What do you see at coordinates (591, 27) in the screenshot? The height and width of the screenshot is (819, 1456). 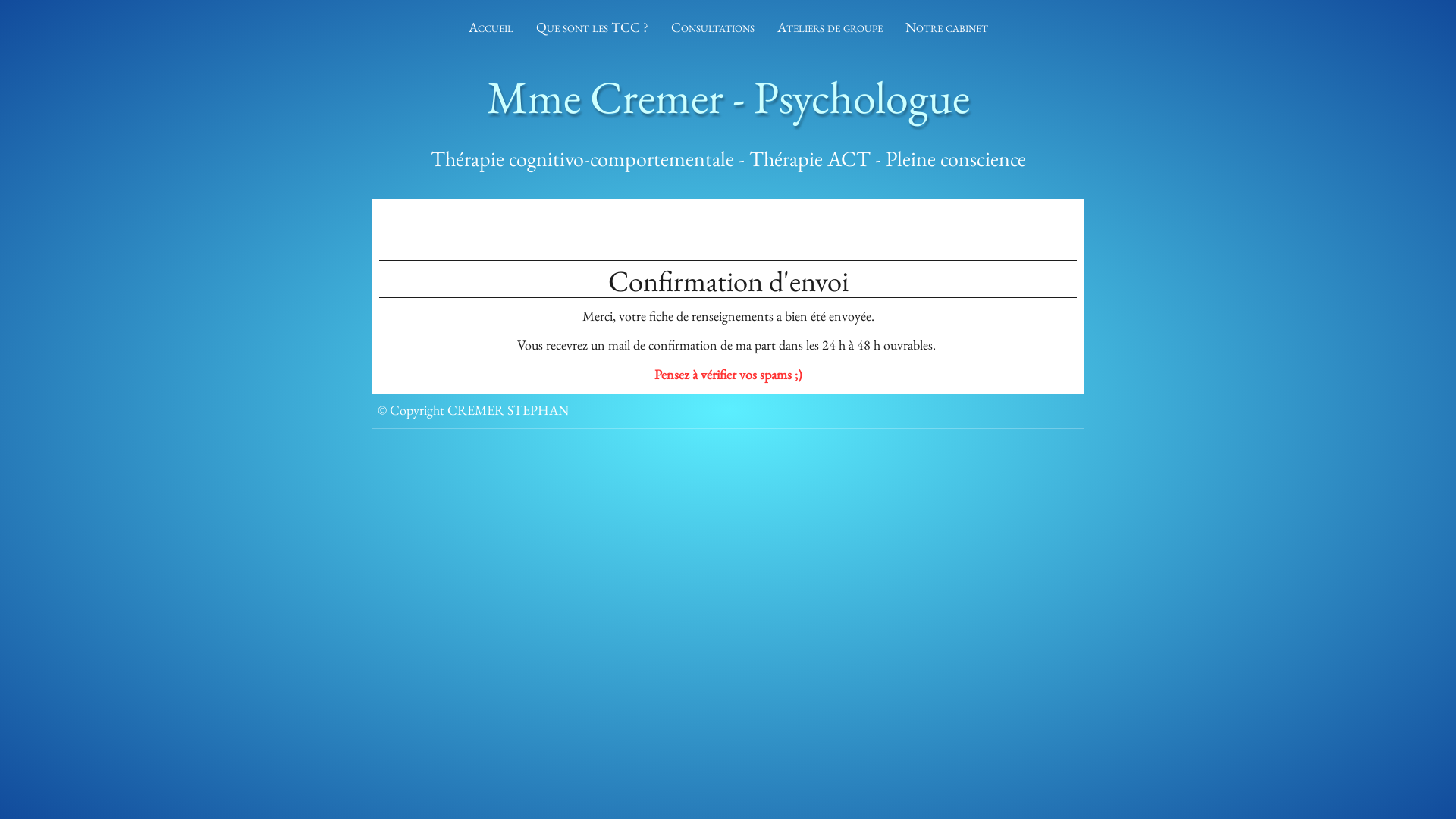 I see `'Que sont les TCC ?'` at bounding box center [591, 27].